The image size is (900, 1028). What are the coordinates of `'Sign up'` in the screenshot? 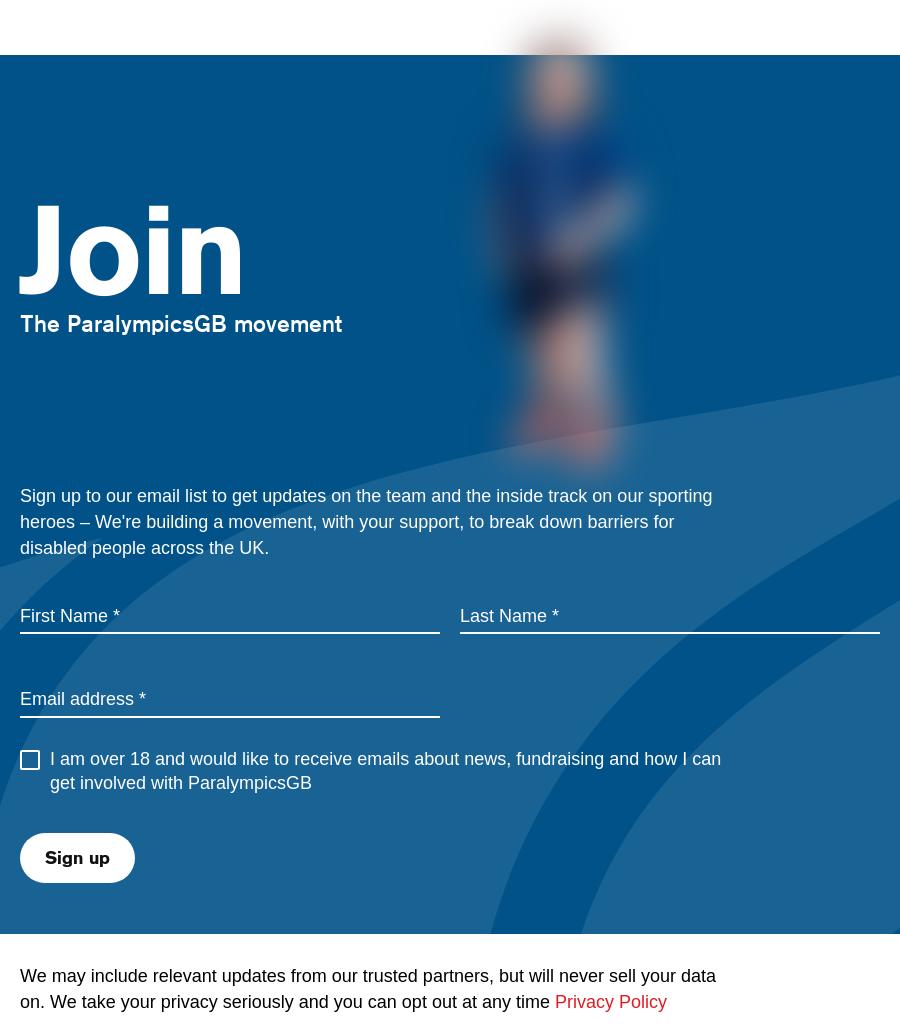 It's located at (75, 855).